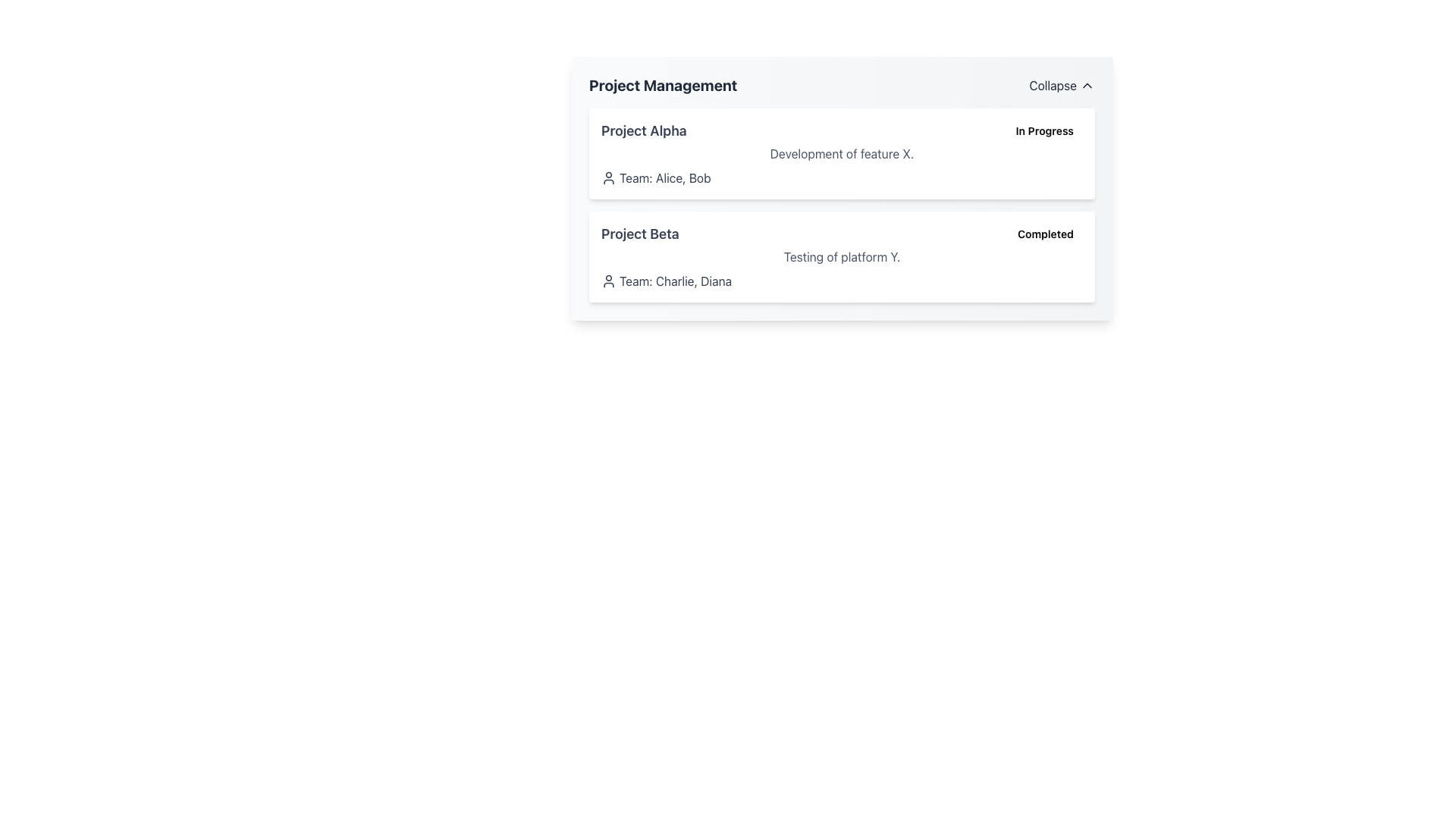 Image resolution: width=1456 pixels, height=819 pixels. What do you see at coordinates (841, 154) in the screenshot?
I see `the informational text label element that describes the specific task or feature related to 'Project Alpha'` at bounding box center [841, 154].